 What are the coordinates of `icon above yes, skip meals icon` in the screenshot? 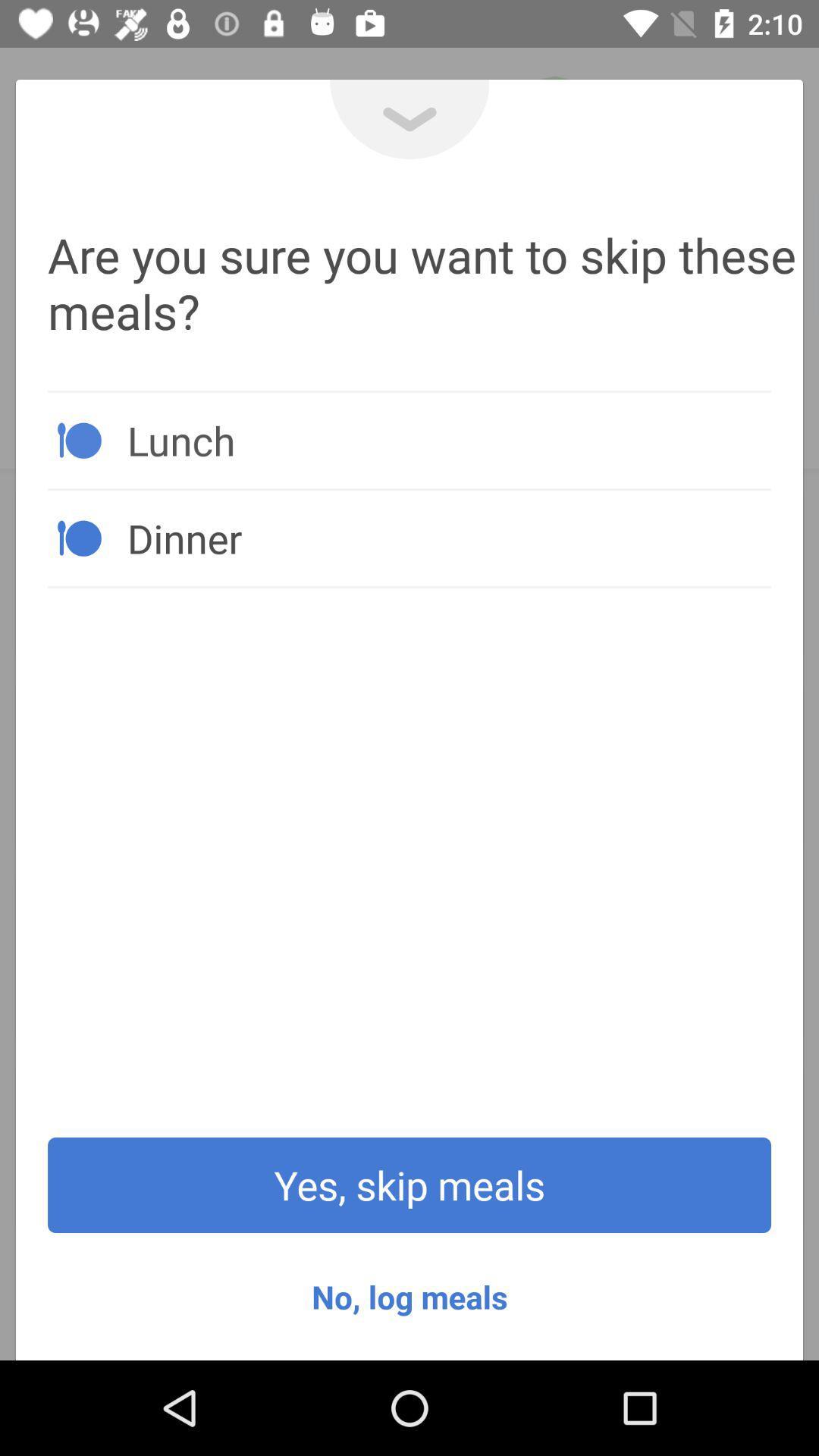 It's located at (448, 538).